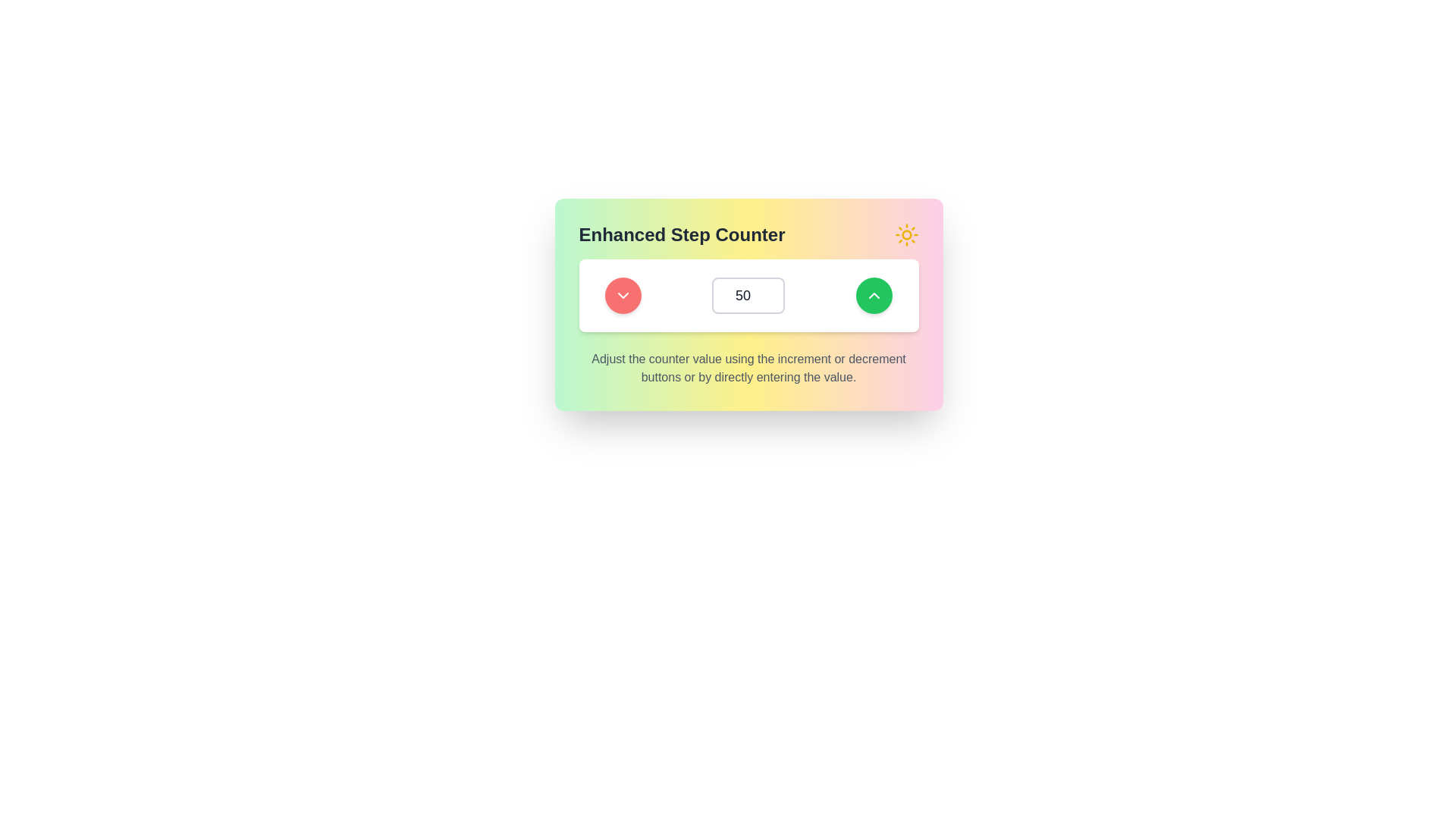 The width and height of the screenshot is (1456, 819). What do you see at coordinates (748, 304) in the screenshot?
I see `the visual changes of the 'Enhanced Step Counter' widget by clicking on it to interact, which features increment and decrement buttons along with a numerical input box` at bounding box center [748, 304].